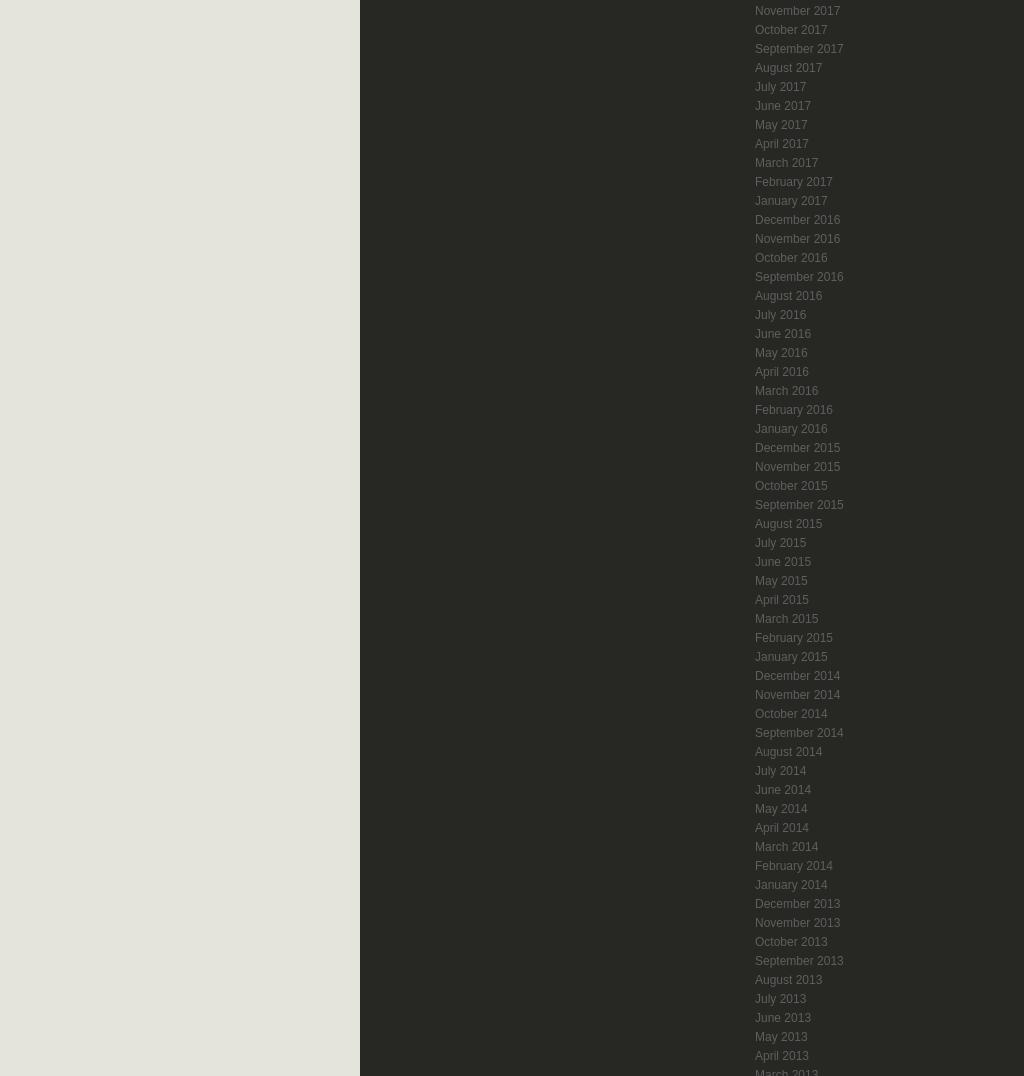 The height and width of the screenshot is (1076, 1024). I want to click on 'November 2015', so click(797, 465).